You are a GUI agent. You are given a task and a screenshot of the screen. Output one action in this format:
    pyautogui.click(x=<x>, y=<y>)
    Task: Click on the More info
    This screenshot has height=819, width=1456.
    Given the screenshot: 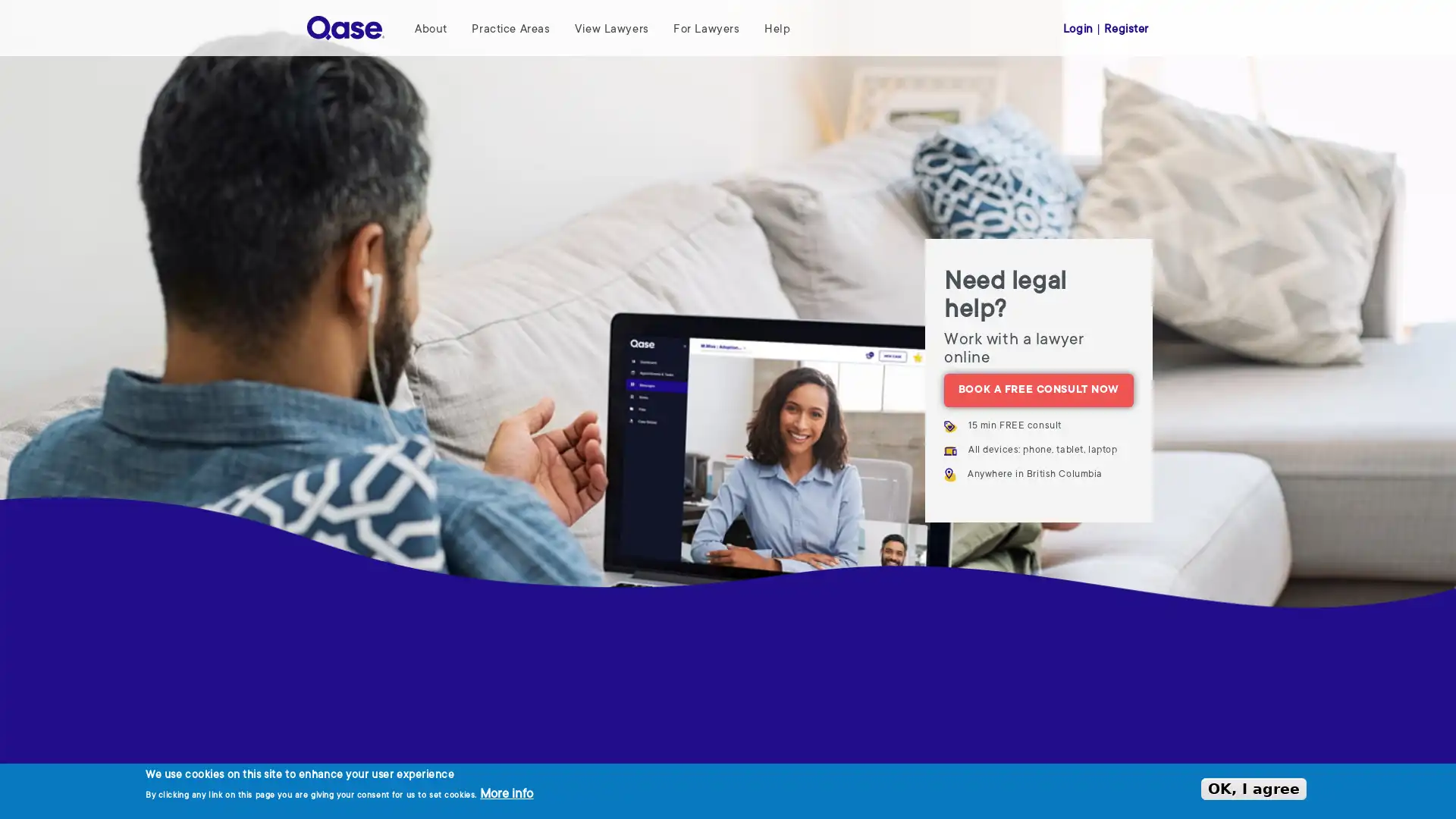 What is the action you would take?
    pyautogui.click(x=506, y=794)
    